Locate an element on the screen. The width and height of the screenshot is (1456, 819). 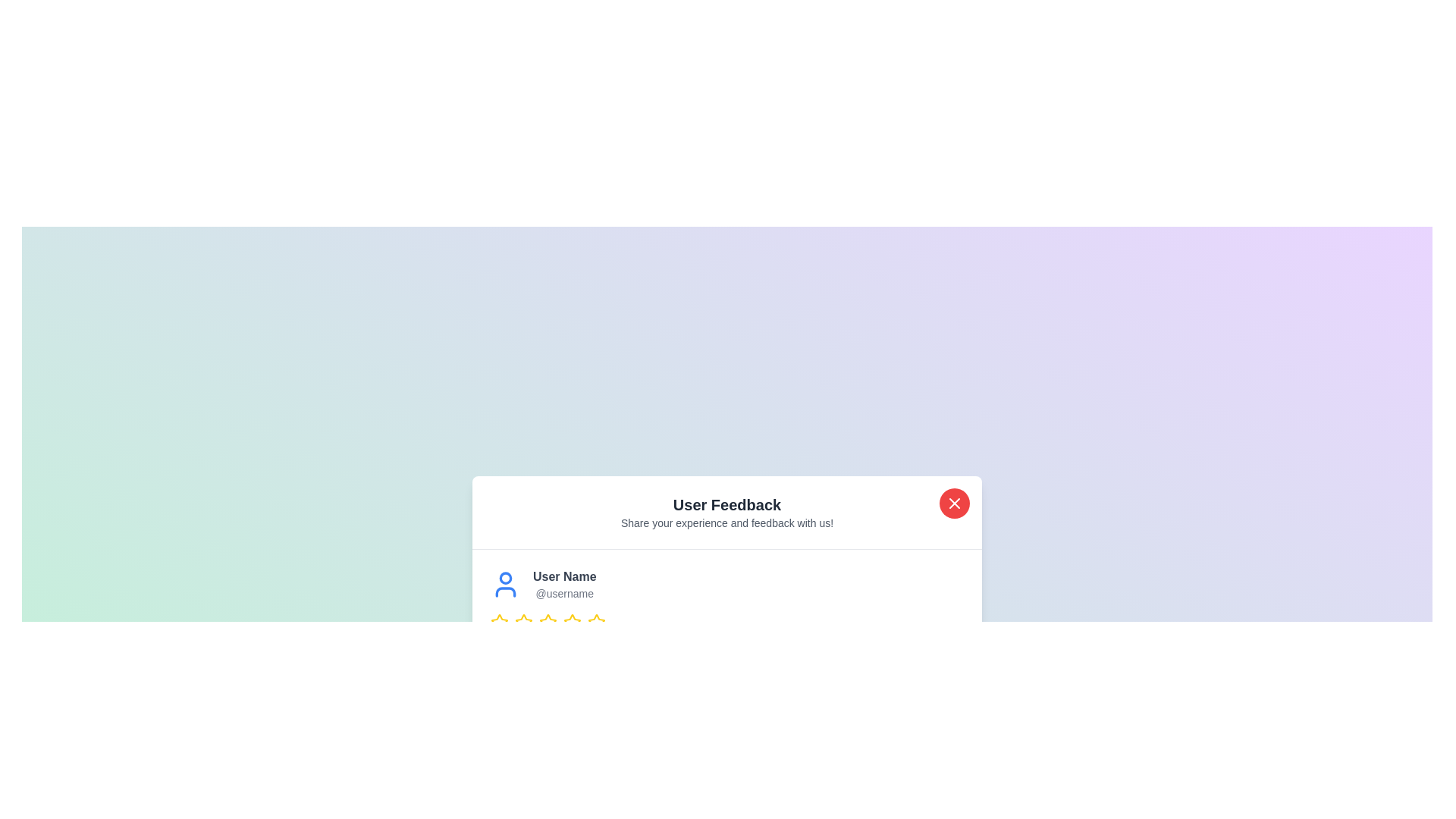
the third star icon, which is yellow and part of a rating system below 'User Name', to observe the hover effect is located at coordinates (524, 622).